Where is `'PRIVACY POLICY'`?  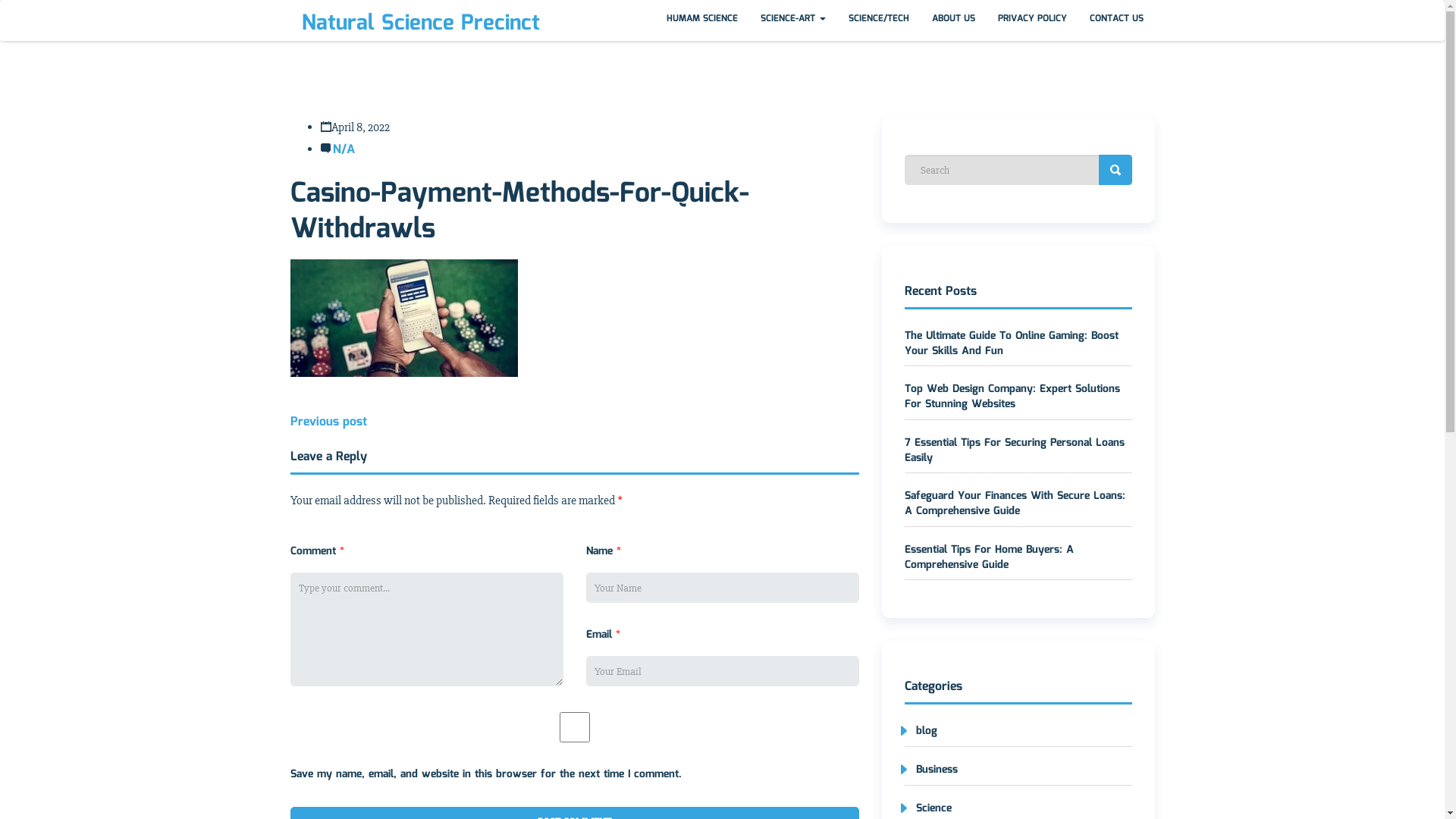
'PRIVACY POLICY' is located at coordinates (1031, 20).